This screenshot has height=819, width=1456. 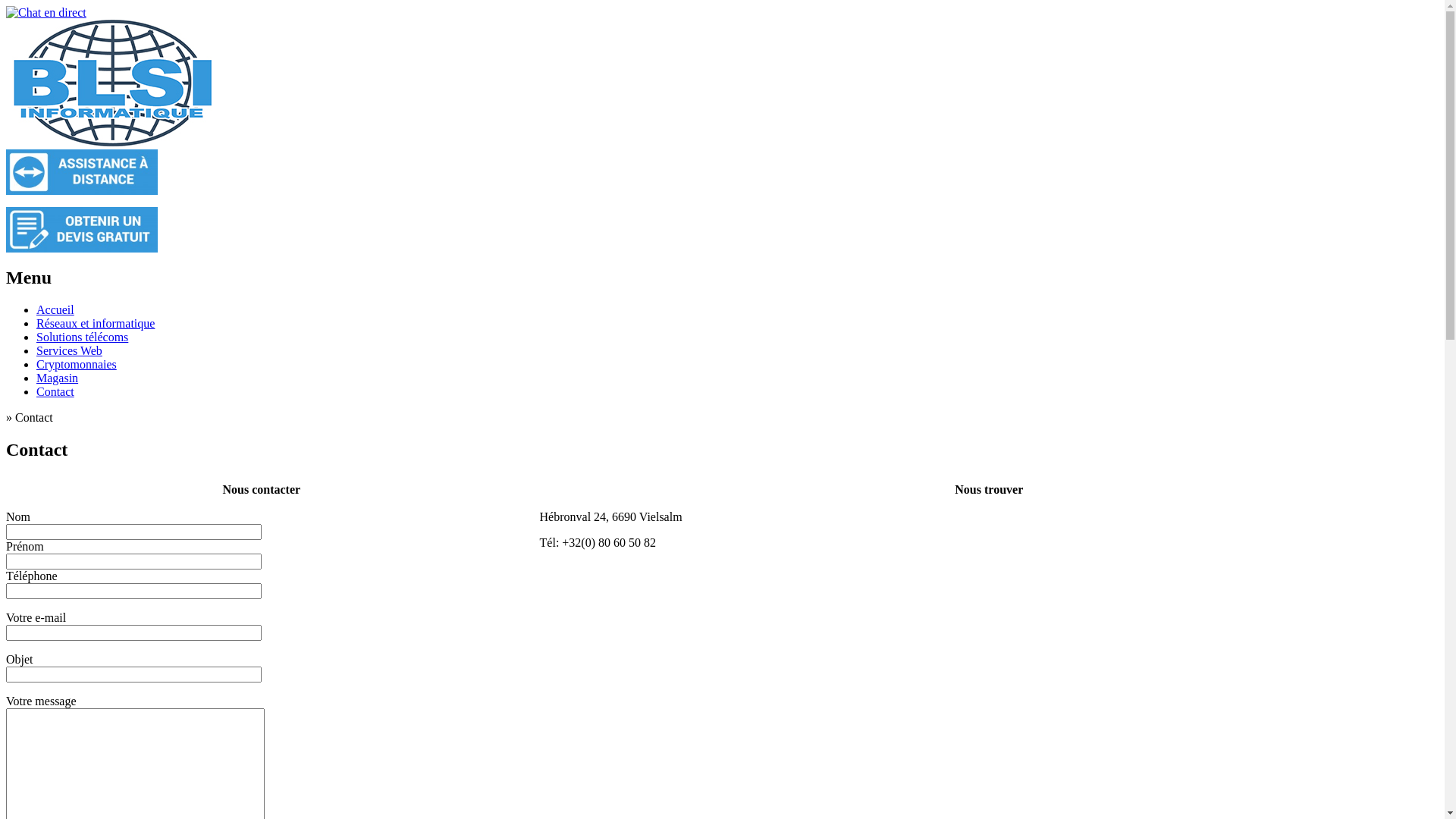 What do you see at coordinates (55, 309) in the screenshot?
I see `'Accueil'` at bounding box center [55, 309].